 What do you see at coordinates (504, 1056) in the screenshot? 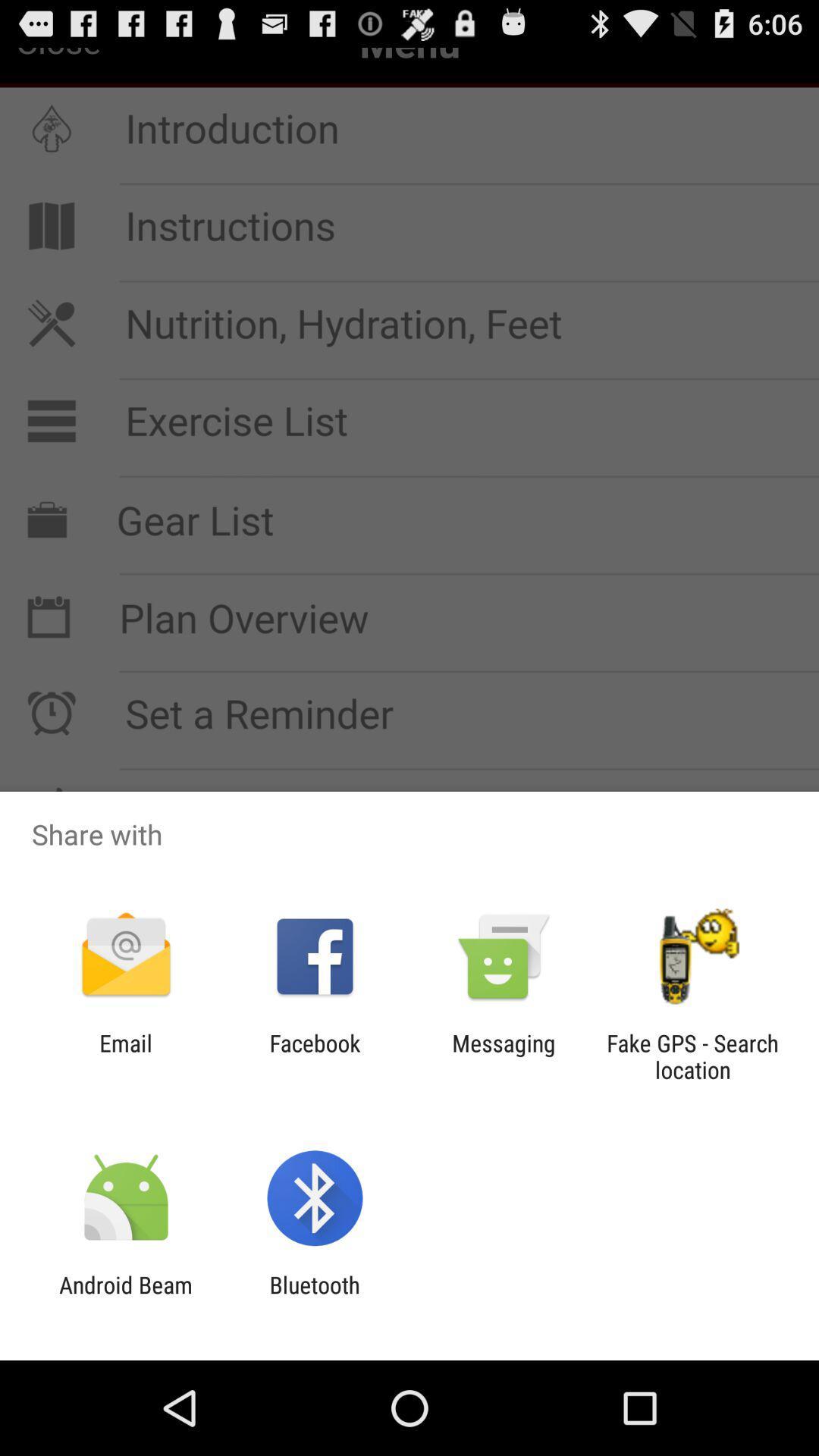
I see `app to the left of the fake gps search icon` at bounding box center [504, 1056].